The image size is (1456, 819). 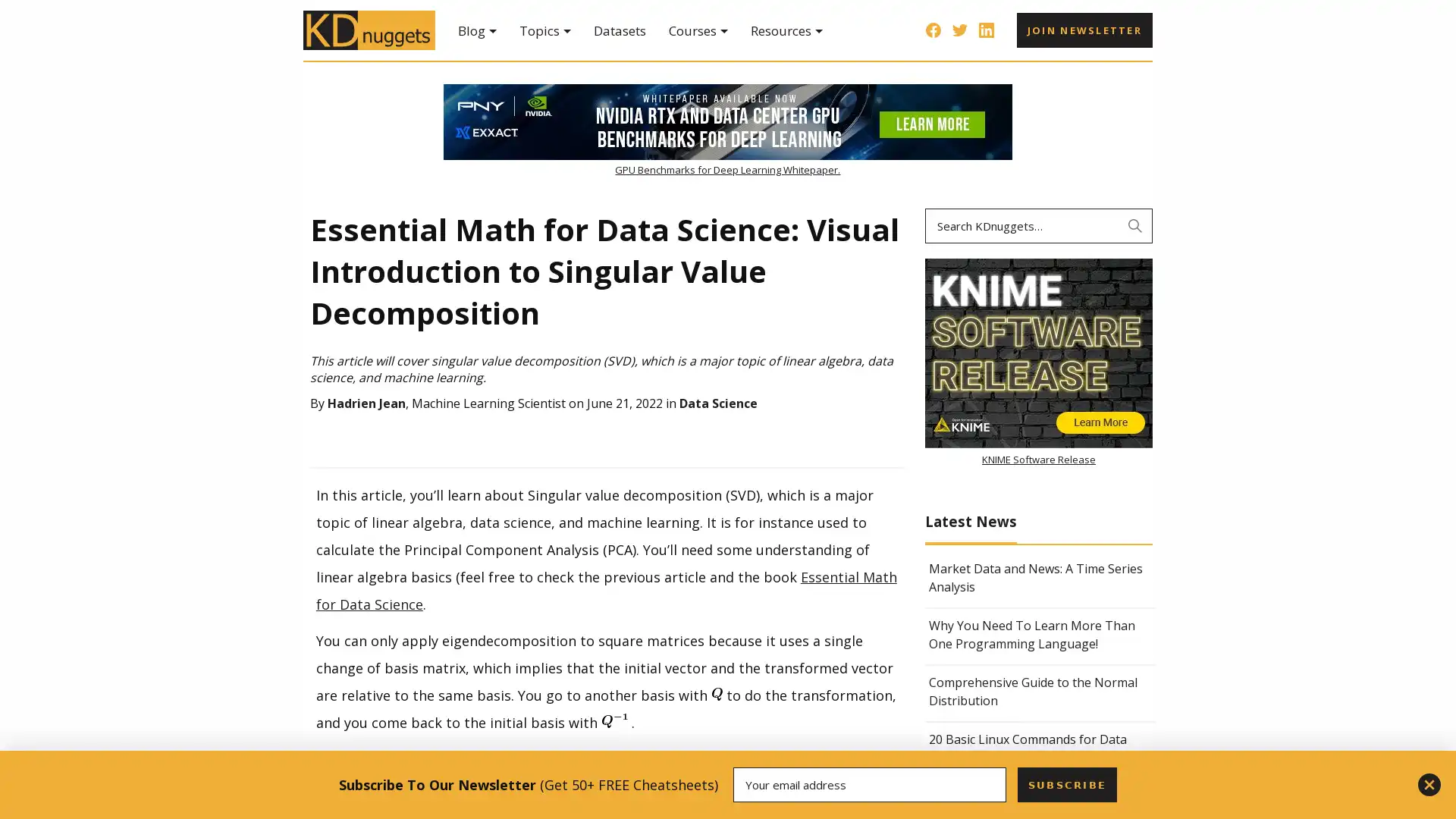 I want to click on Search, so click(x=1135, y=225).